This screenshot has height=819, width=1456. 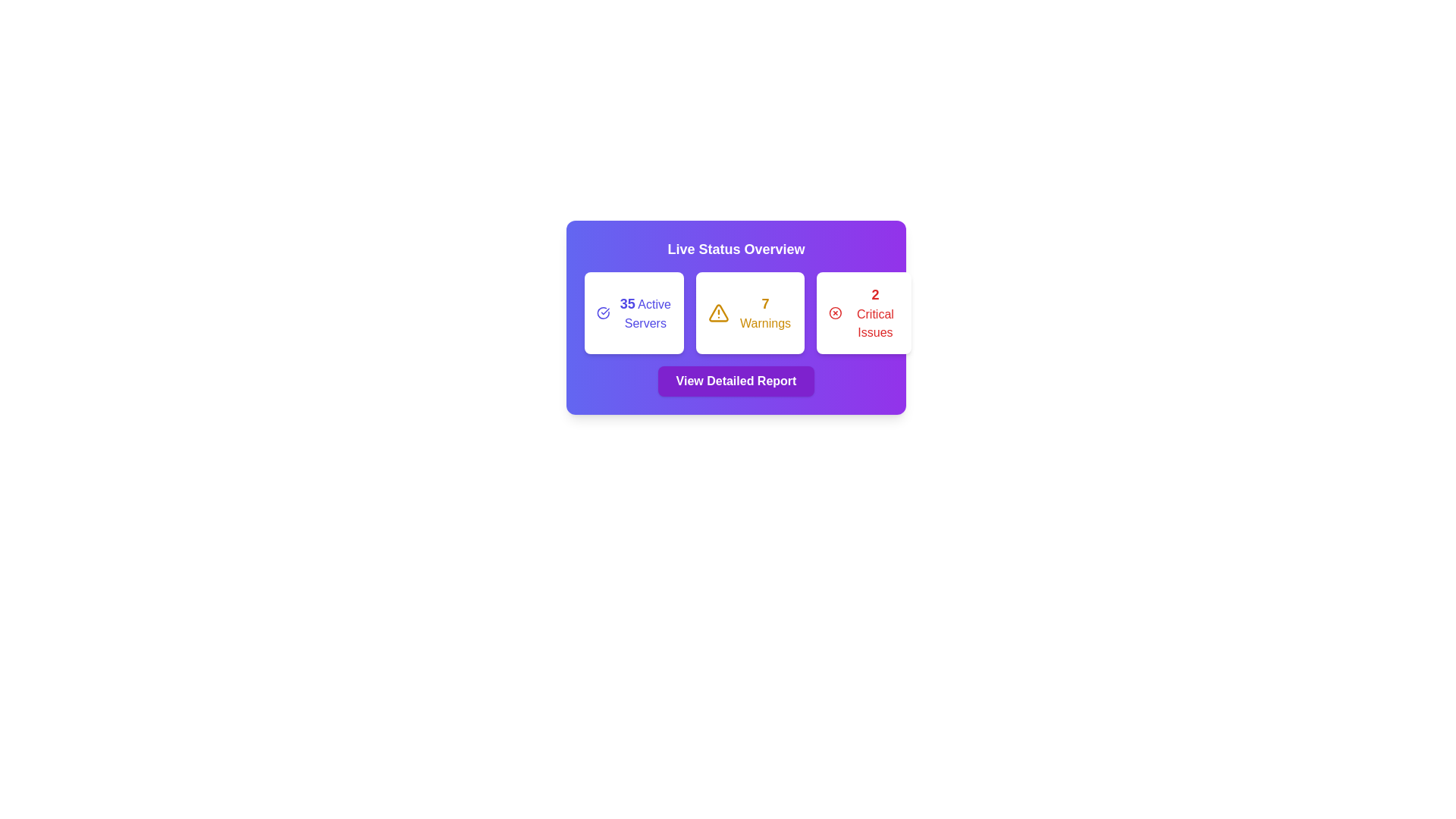 What do you see at coordinates (864, 312) in the screenshot?
I see `the status indicator in the rightmost position of the Informational panel within the 'Live Status Overview' to obtain more details about the critical issues` at bounding box center [864, 312].